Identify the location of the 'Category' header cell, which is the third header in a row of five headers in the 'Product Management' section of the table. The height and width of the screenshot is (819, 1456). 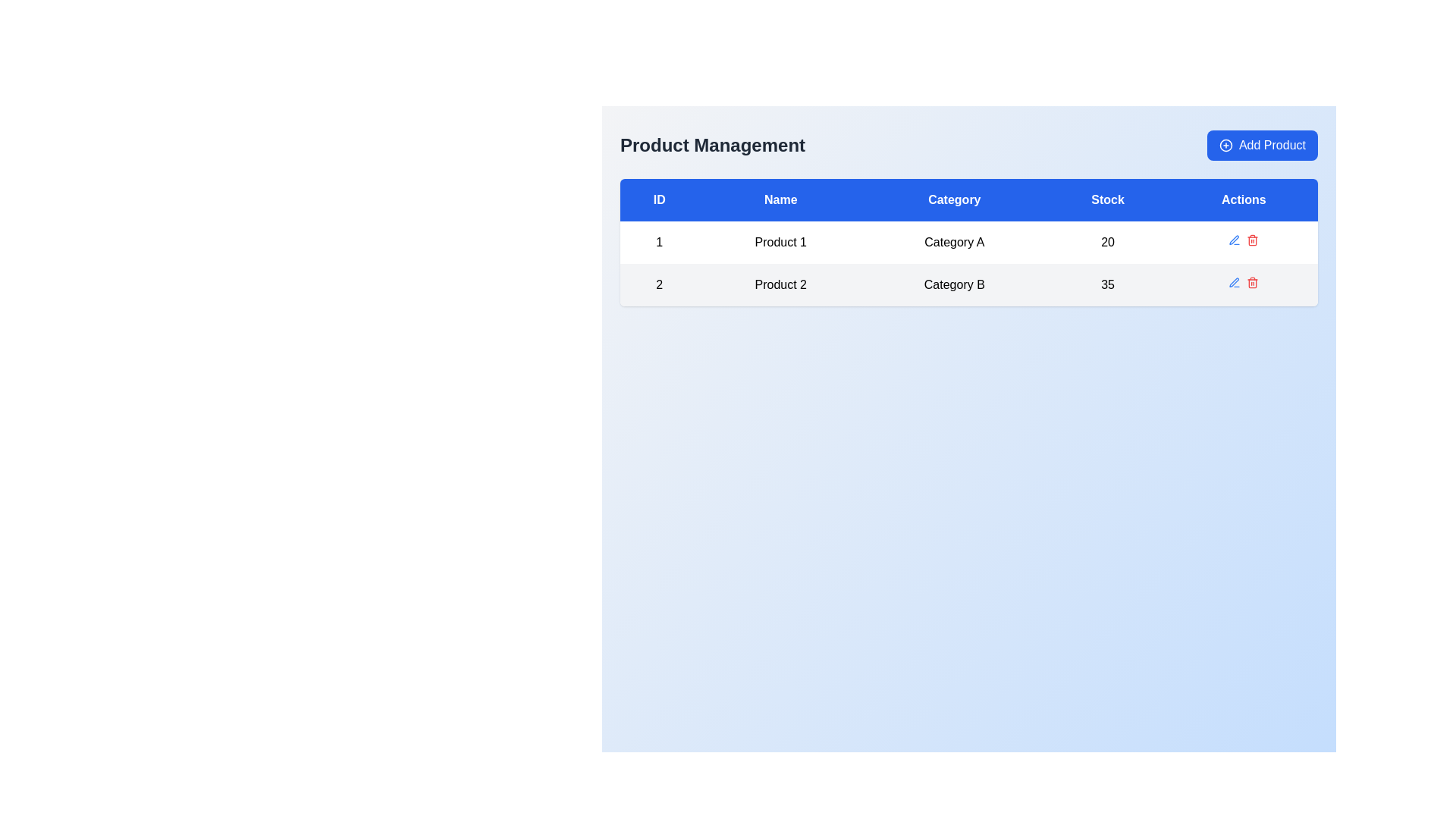
(968, 199).